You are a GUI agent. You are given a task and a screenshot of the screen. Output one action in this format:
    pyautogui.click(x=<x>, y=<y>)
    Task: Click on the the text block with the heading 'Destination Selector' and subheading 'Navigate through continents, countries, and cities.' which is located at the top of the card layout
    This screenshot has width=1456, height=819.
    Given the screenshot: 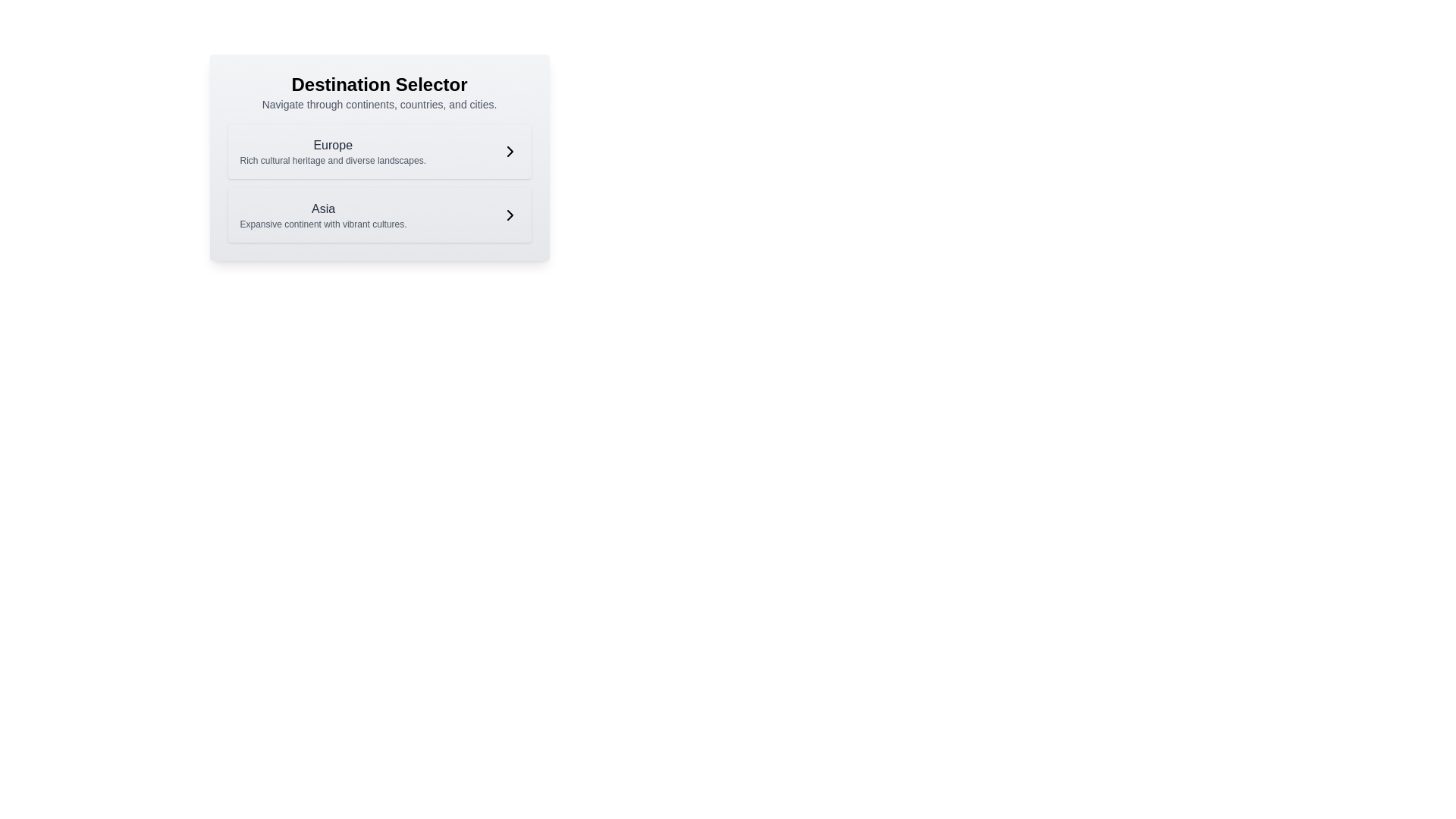 What is the action you would take?
    pyautogui.click(x=379, y=93)
    